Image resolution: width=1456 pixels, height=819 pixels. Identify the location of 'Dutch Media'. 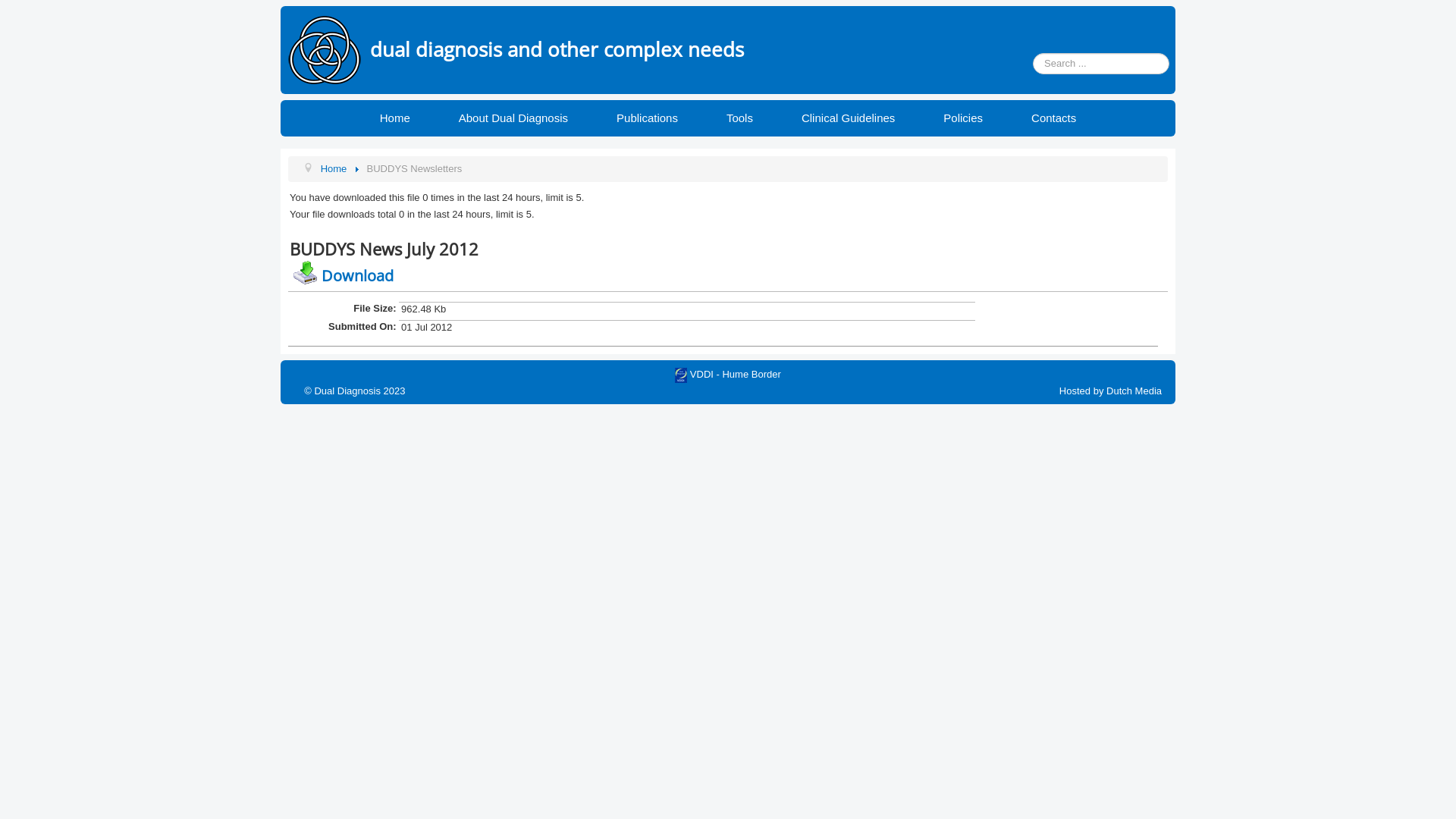
(1134, 390).